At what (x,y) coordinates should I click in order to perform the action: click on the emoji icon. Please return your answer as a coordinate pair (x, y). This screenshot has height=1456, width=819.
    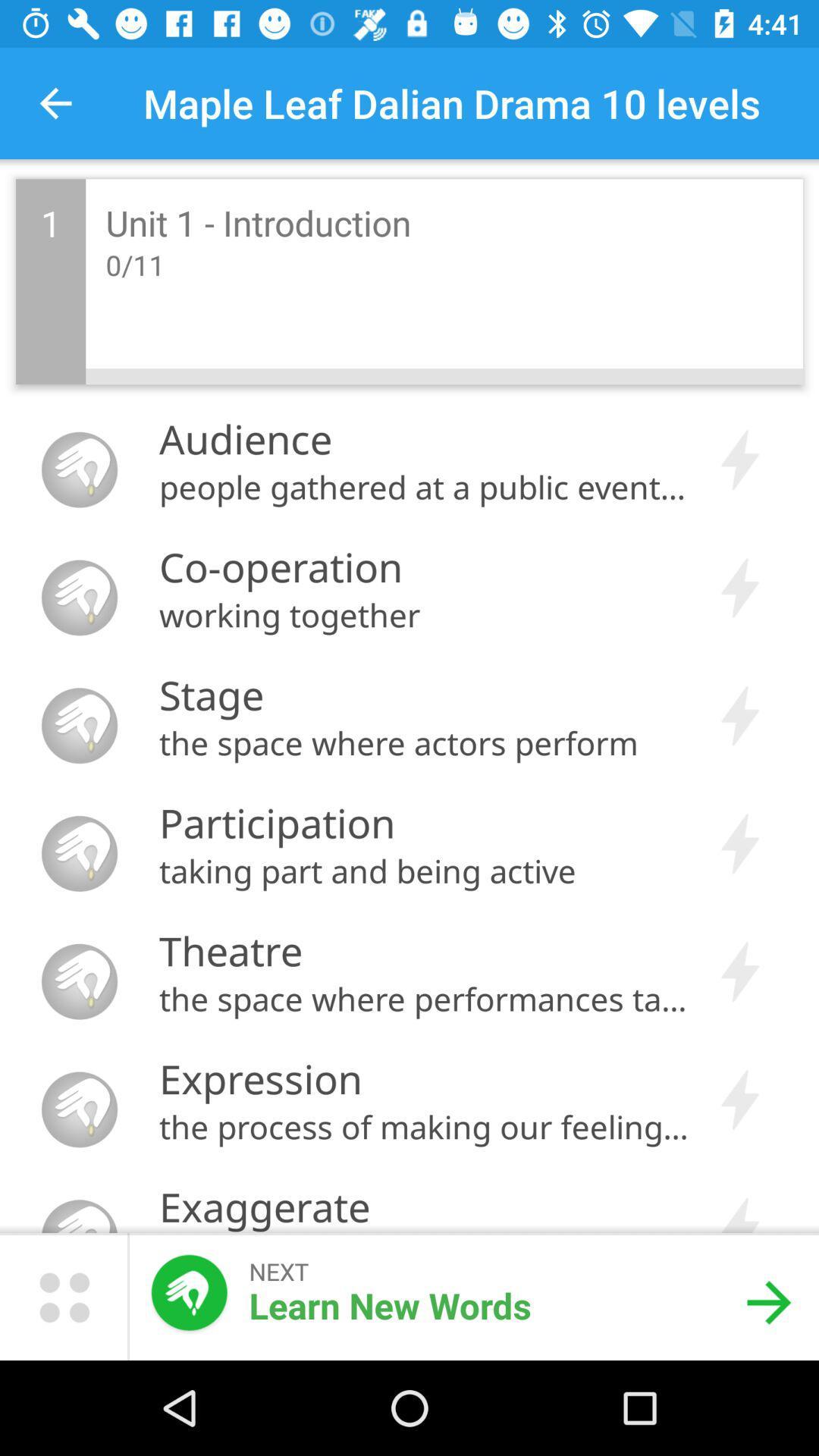
    Looking at the image, I should click on (63, 1295).